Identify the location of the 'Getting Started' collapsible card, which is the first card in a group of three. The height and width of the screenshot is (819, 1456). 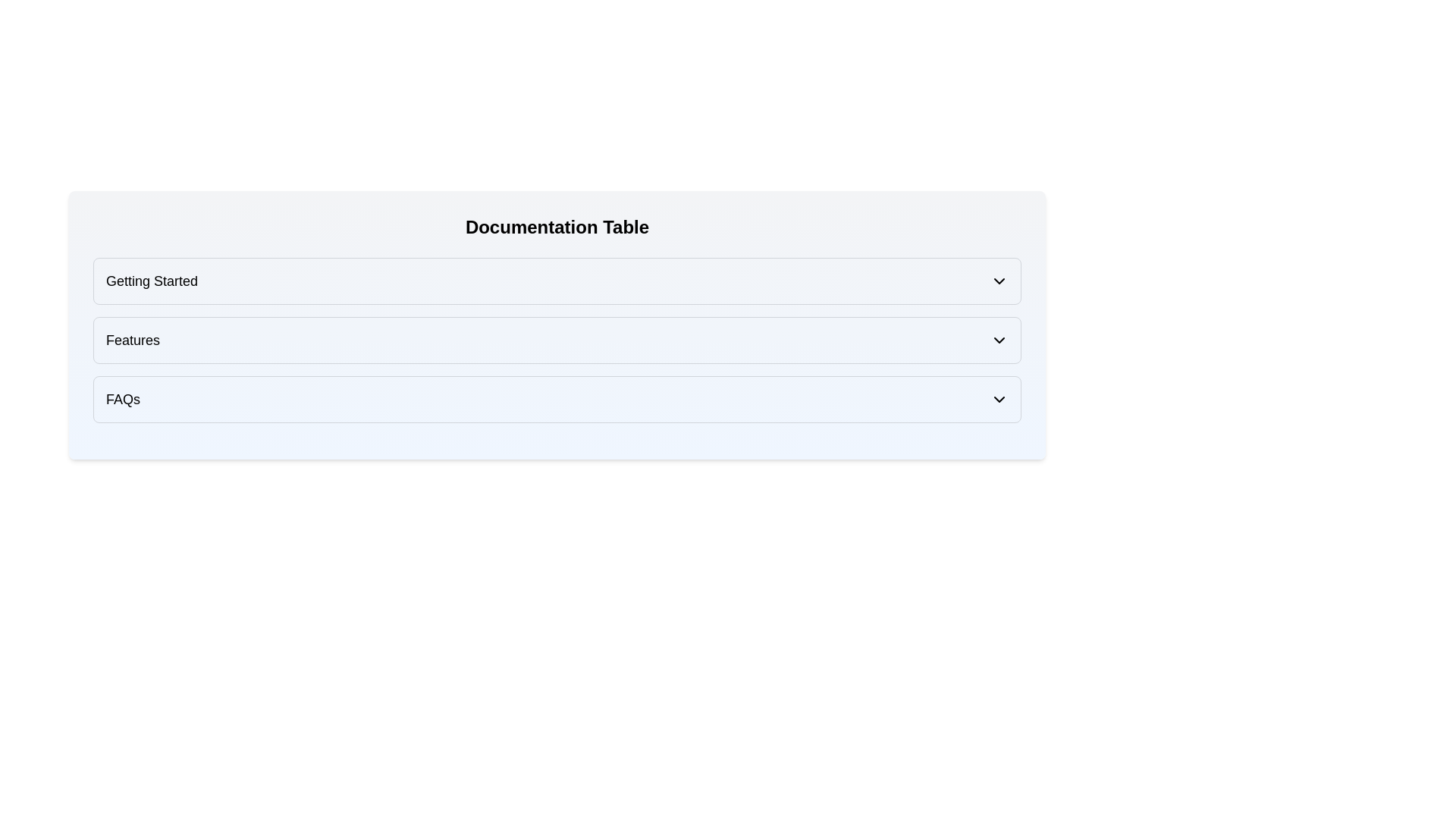
(556, 281).